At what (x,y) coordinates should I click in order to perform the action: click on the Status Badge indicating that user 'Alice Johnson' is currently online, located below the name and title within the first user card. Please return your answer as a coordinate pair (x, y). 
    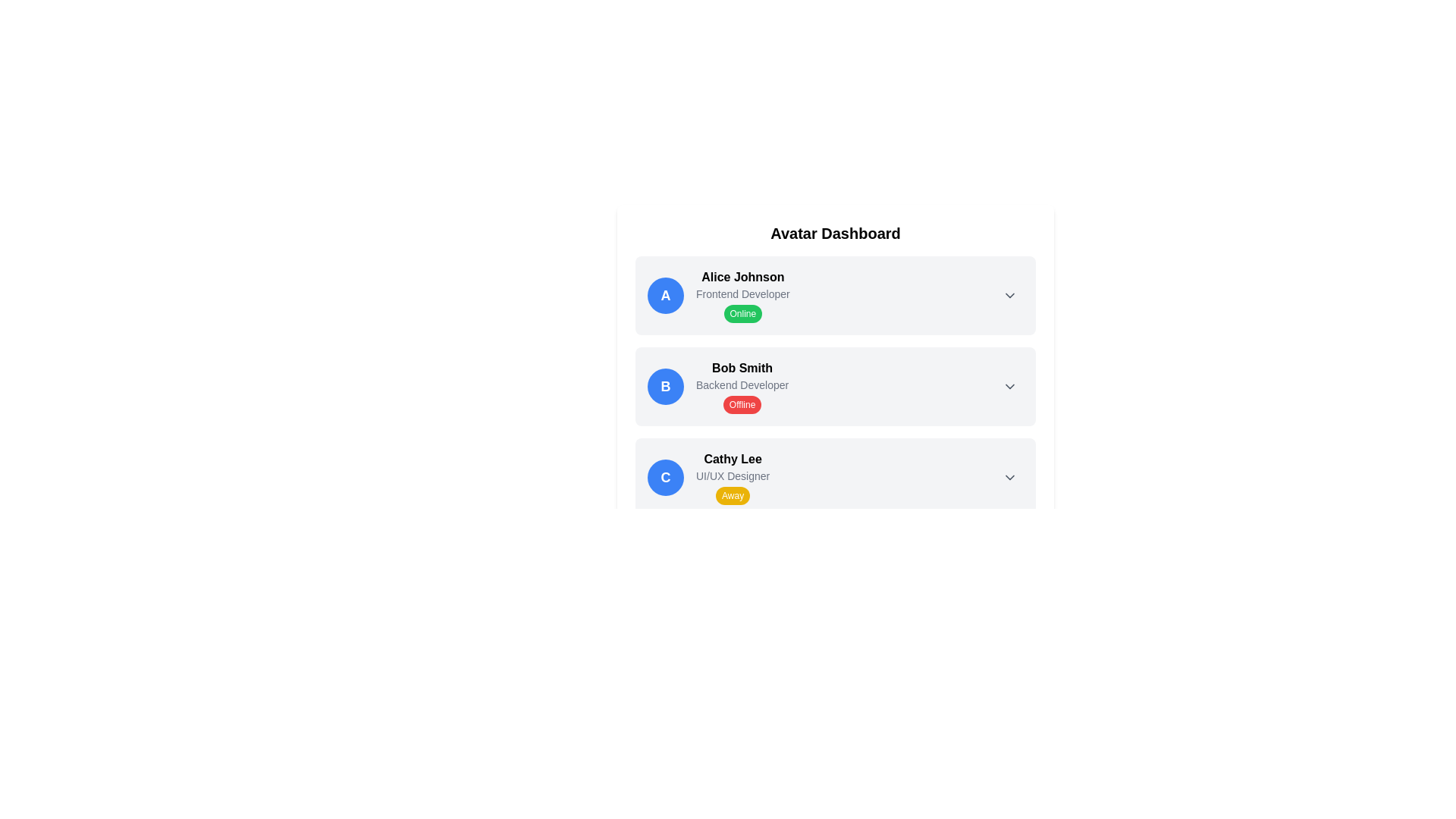
    Looking at the image, I should click on (742, 312).